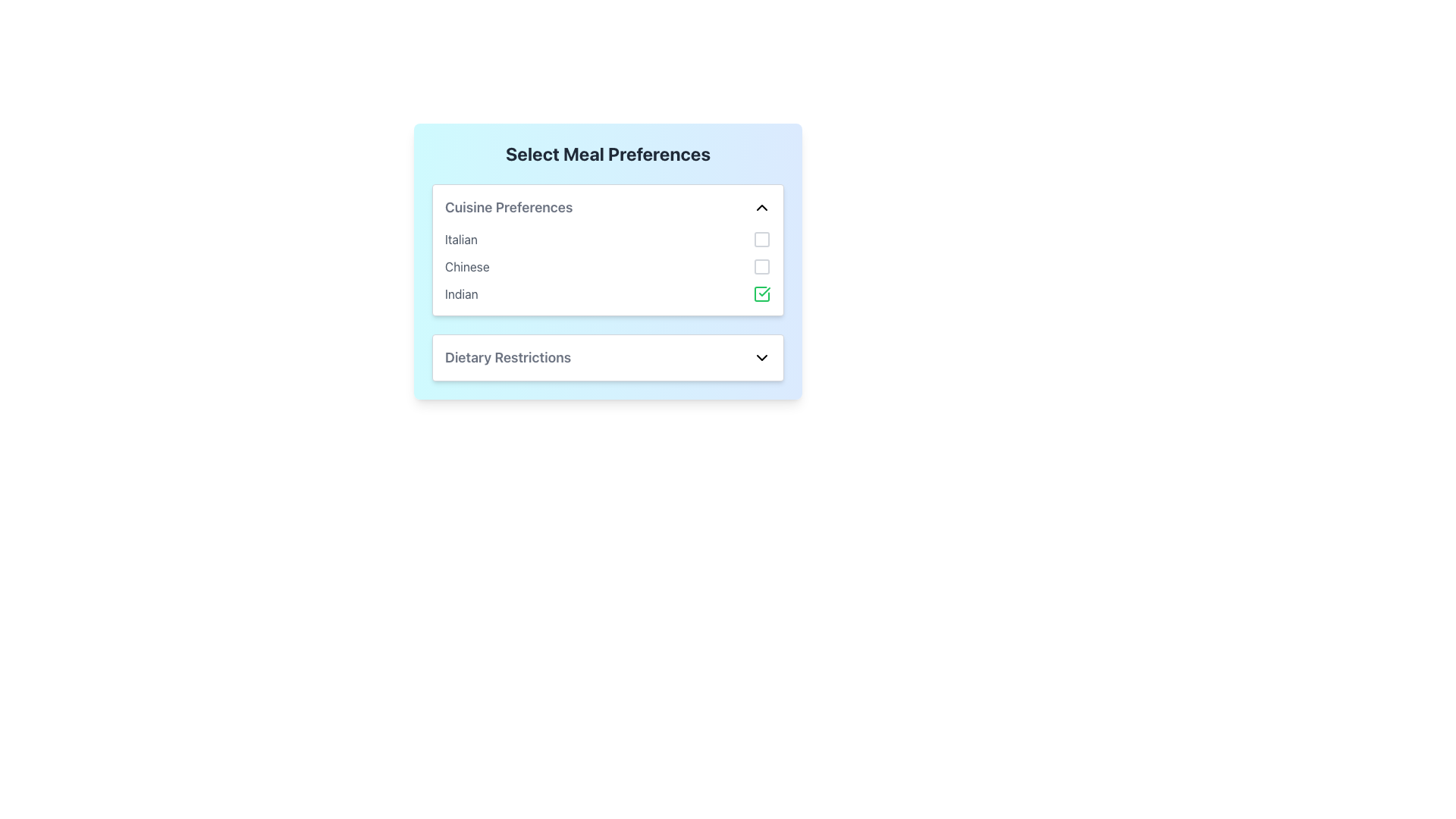 The image size is (1456, 819). What do you see at coordinates (761, 357) in the screenshot?
I see `the Icon Button located at the far right side of the 'Dietary Restrictions' row to observe any interactive effects` at bounding box center [761, 357].